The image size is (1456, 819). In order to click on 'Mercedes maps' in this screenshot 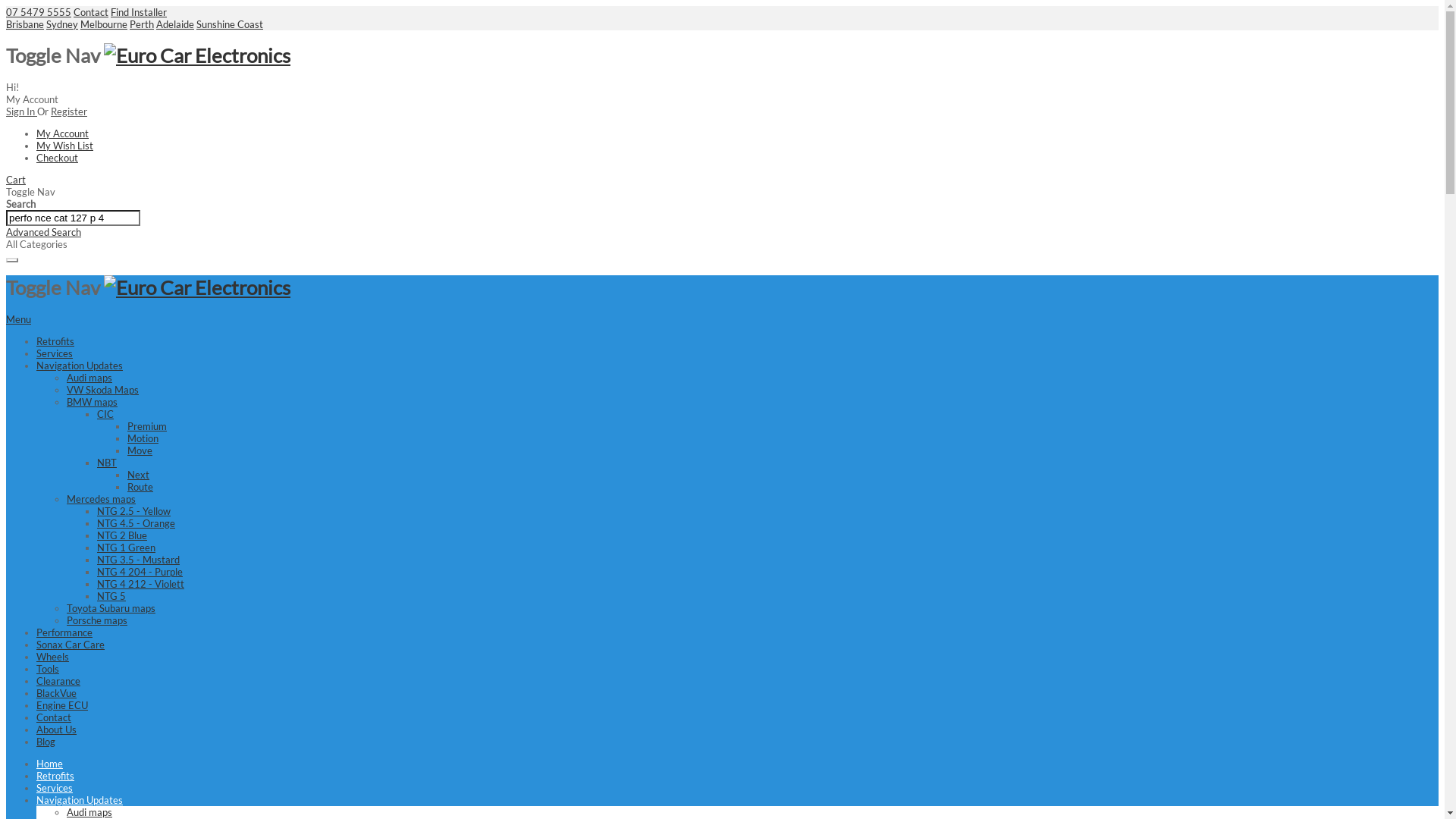, I will do `click(100, 499)`.